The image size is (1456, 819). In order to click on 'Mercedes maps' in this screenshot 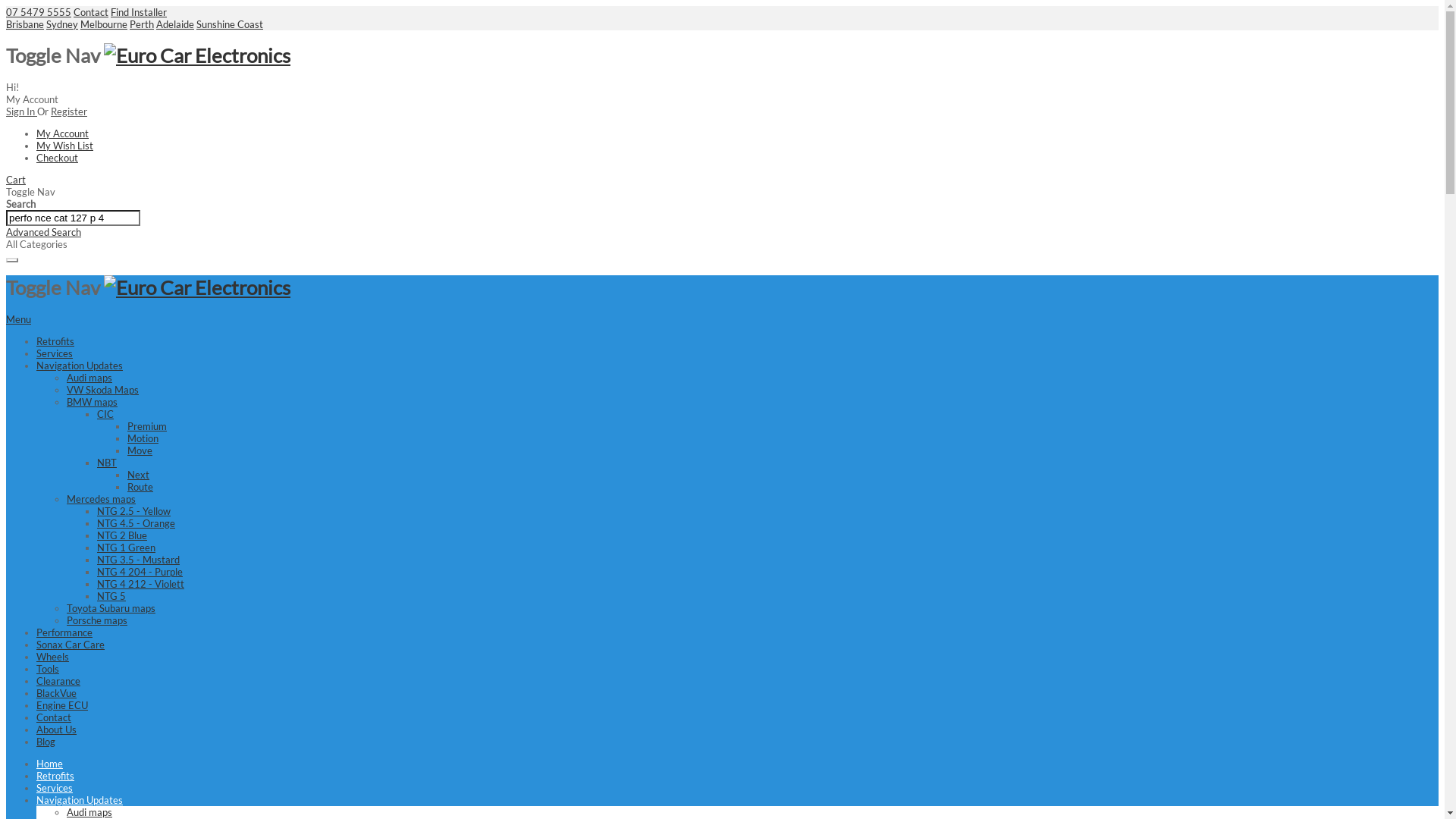, I will do `click(100, 499)`.